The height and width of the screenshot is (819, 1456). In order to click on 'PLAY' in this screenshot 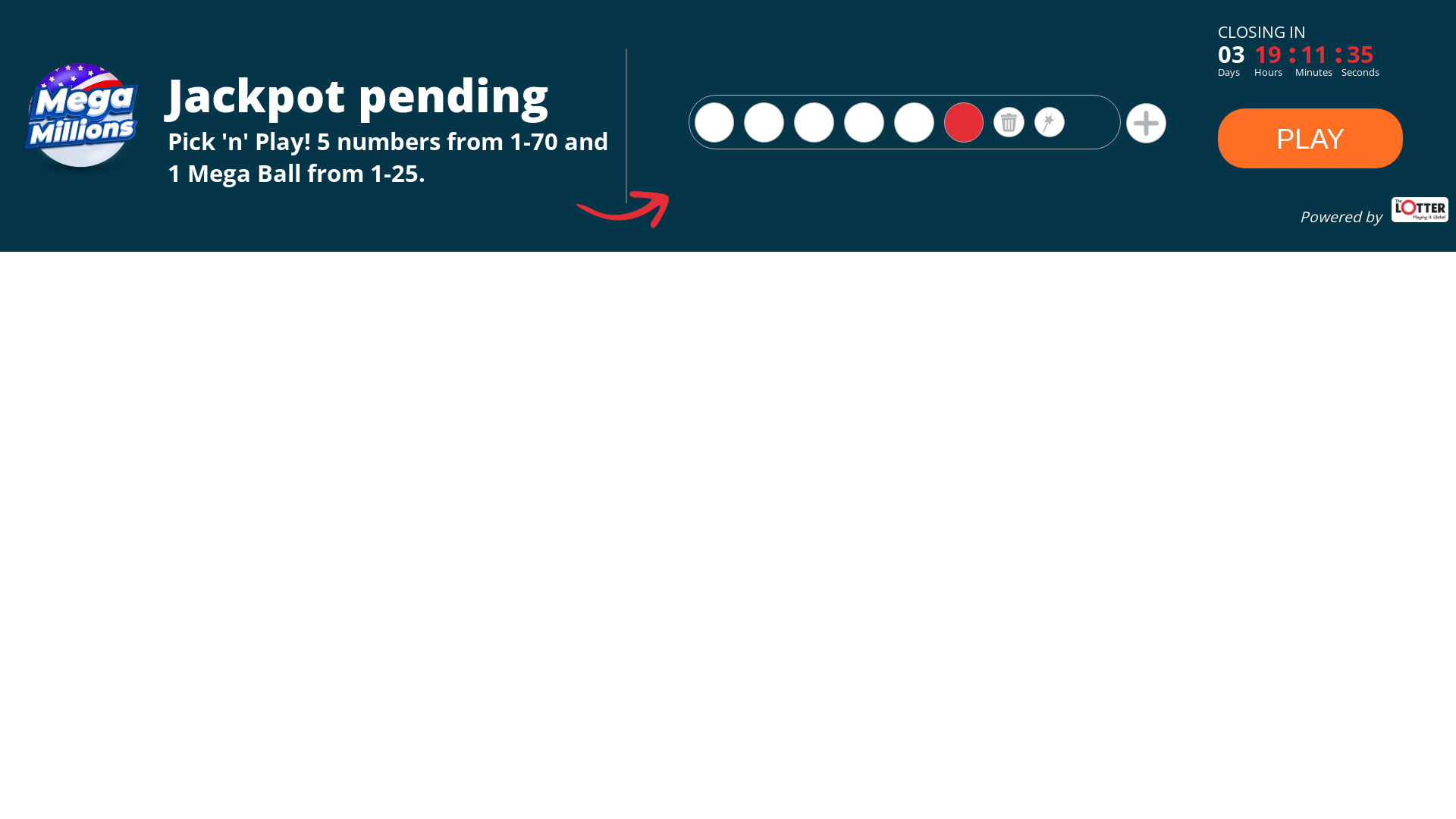, I will do `click(1310, 140)`.